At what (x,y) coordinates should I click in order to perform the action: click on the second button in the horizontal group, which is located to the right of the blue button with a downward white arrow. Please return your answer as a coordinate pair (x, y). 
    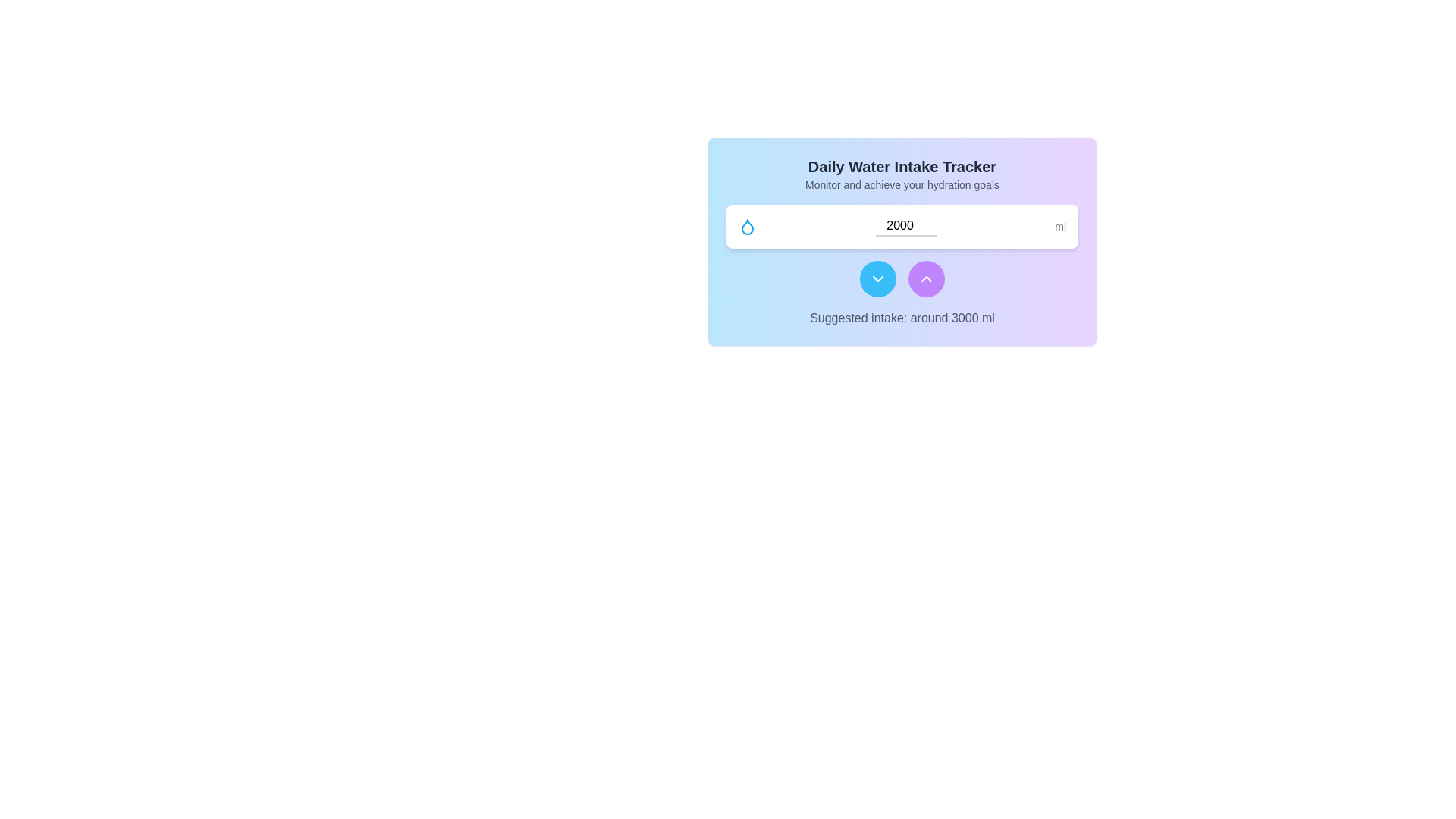
    Looking at the image, I should click on (926, 278).